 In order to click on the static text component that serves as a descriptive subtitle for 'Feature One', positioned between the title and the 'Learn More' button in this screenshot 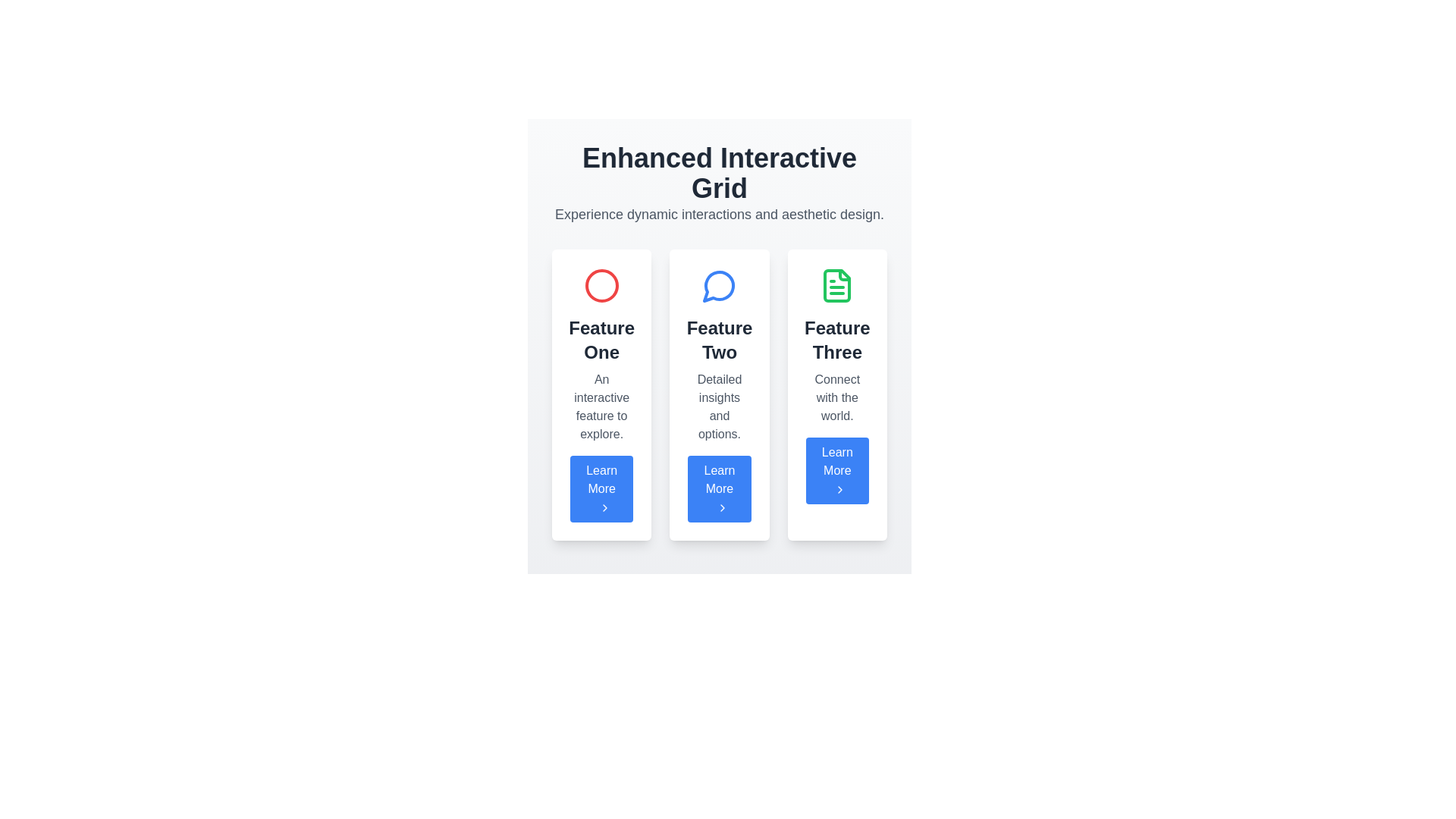, I will do `click(601, 406)`.